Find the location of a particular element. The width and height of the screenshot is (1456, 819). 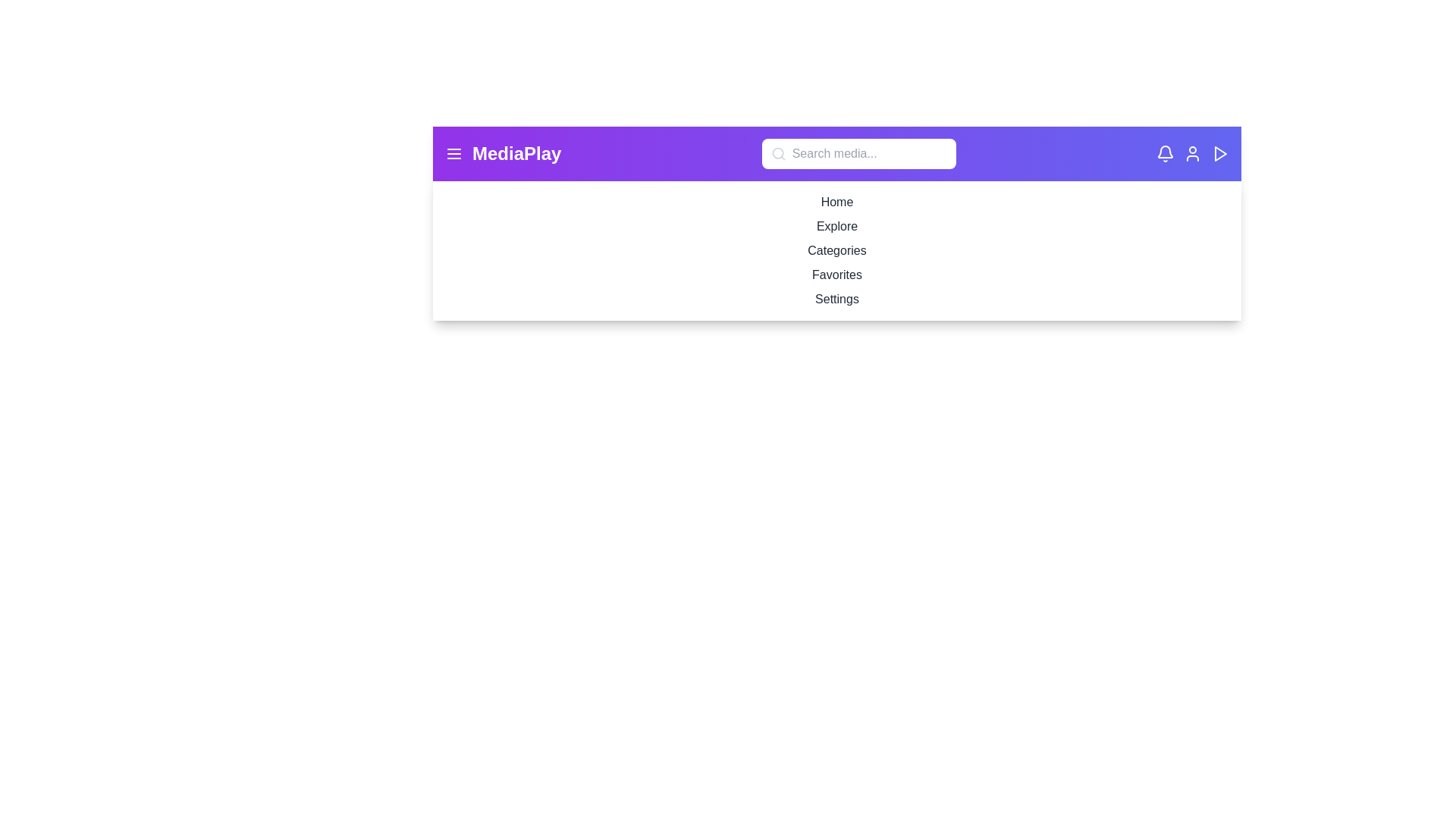

the account settings icon located at the top-right corner of the interface, which is the second icon in a horizontal group of three, flanked by a bell icon on the left and a play icon on the right is located at coordinates (1192, 154).